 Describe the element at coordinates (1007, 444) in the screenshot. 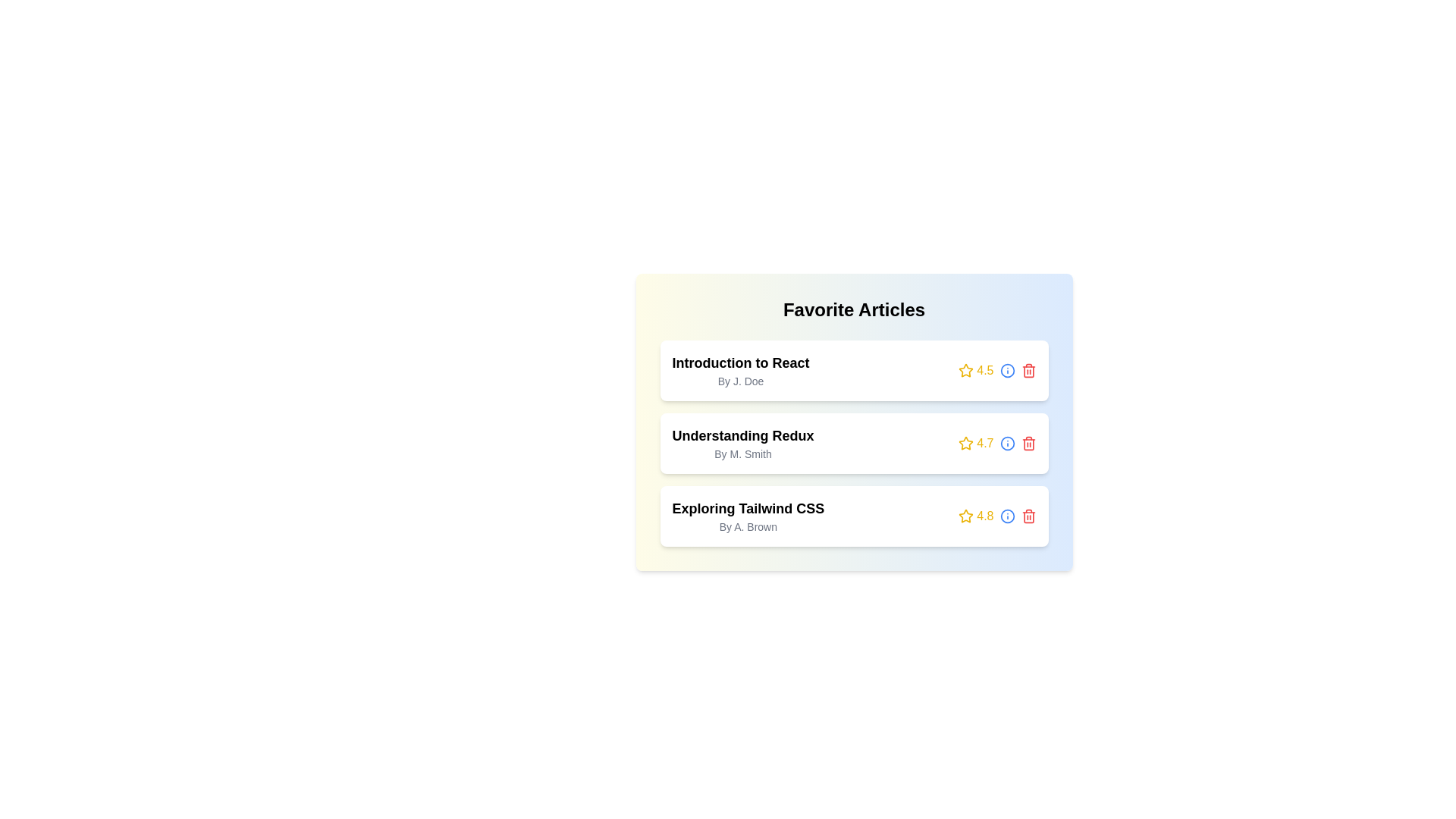

I see `the 'info' icon next to the article titled 'Understanding Redux' to view its details` at that location.